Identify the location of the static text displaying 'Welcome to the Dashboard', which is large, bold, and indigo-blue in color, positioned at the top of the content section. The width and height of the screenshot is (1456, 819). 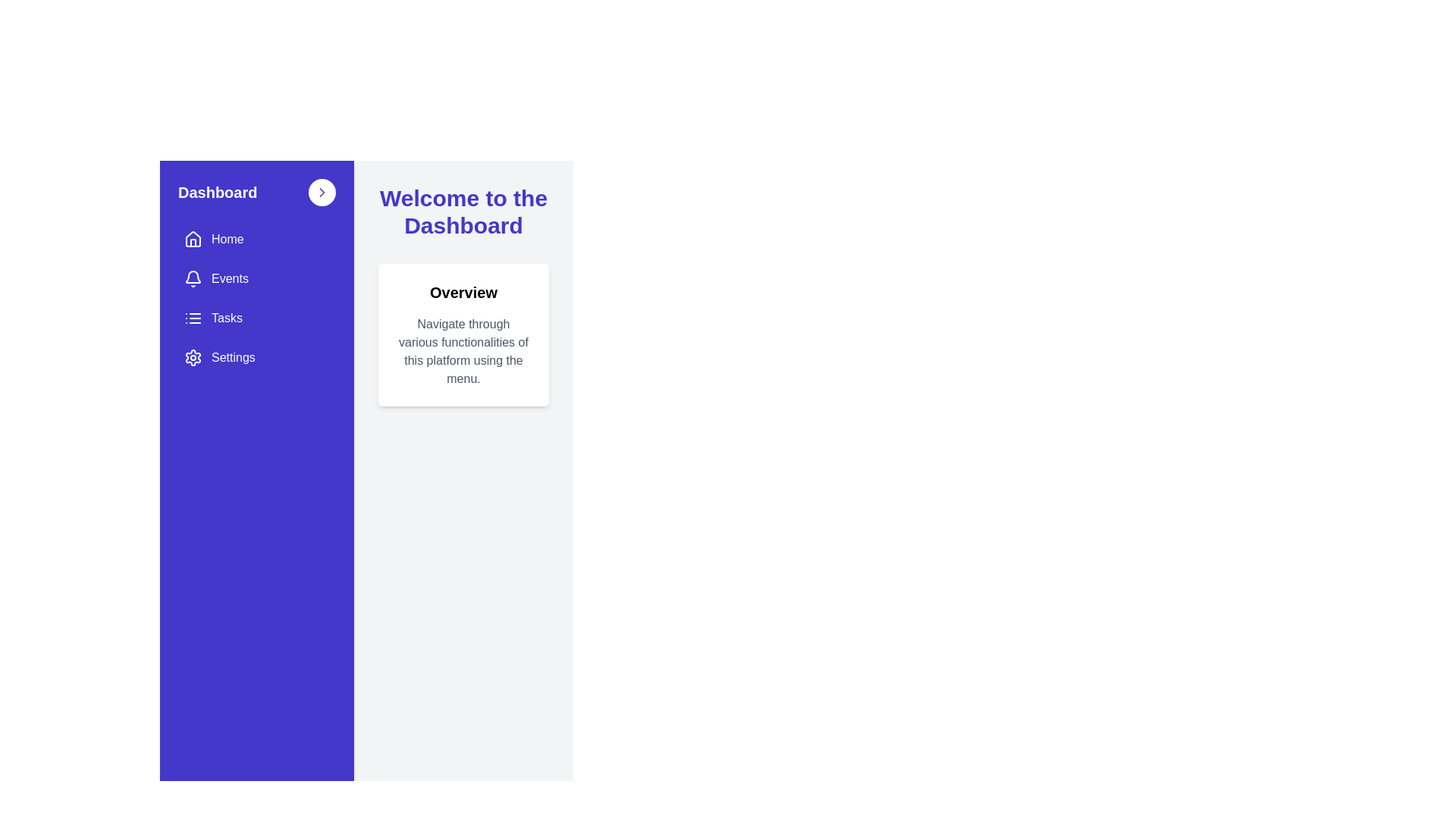
(463, 212).